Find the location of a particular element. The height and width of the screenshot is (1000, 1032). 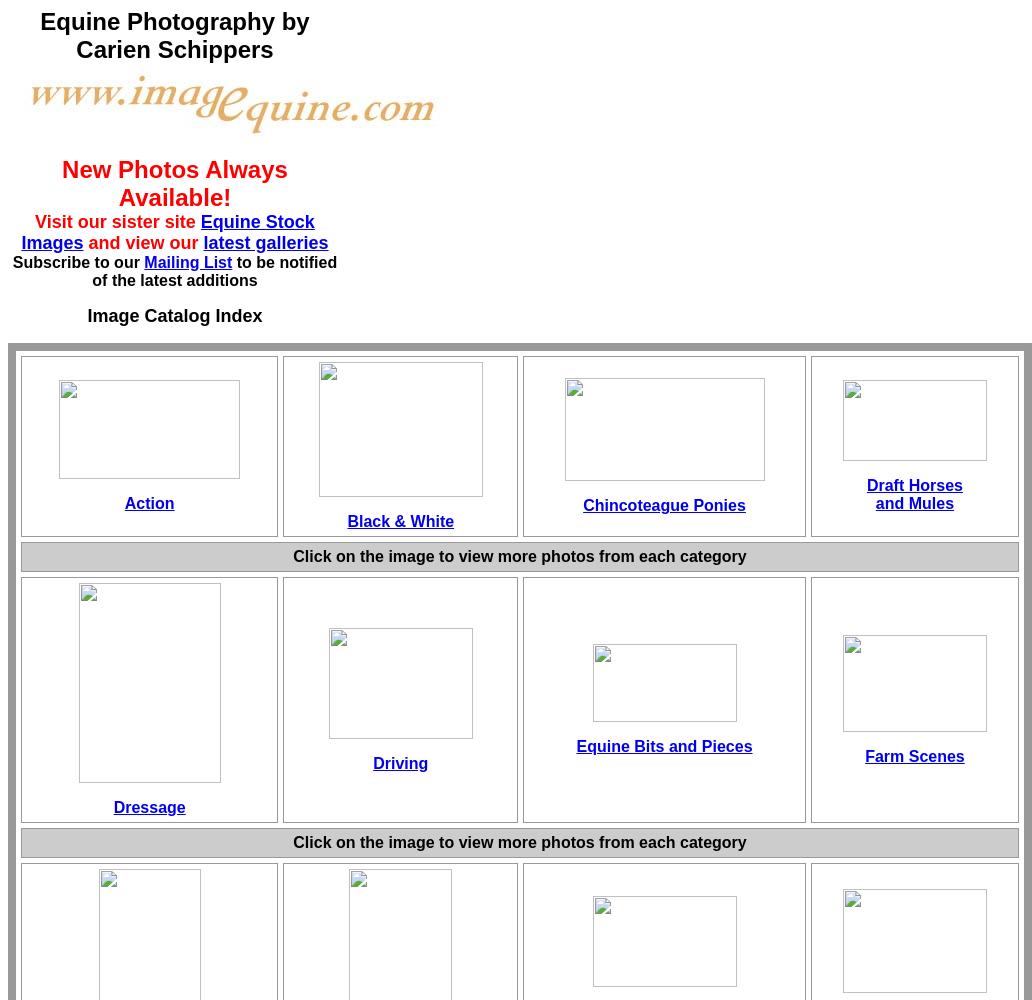

'Visit our sister site' is located at coordinates (117, 221).